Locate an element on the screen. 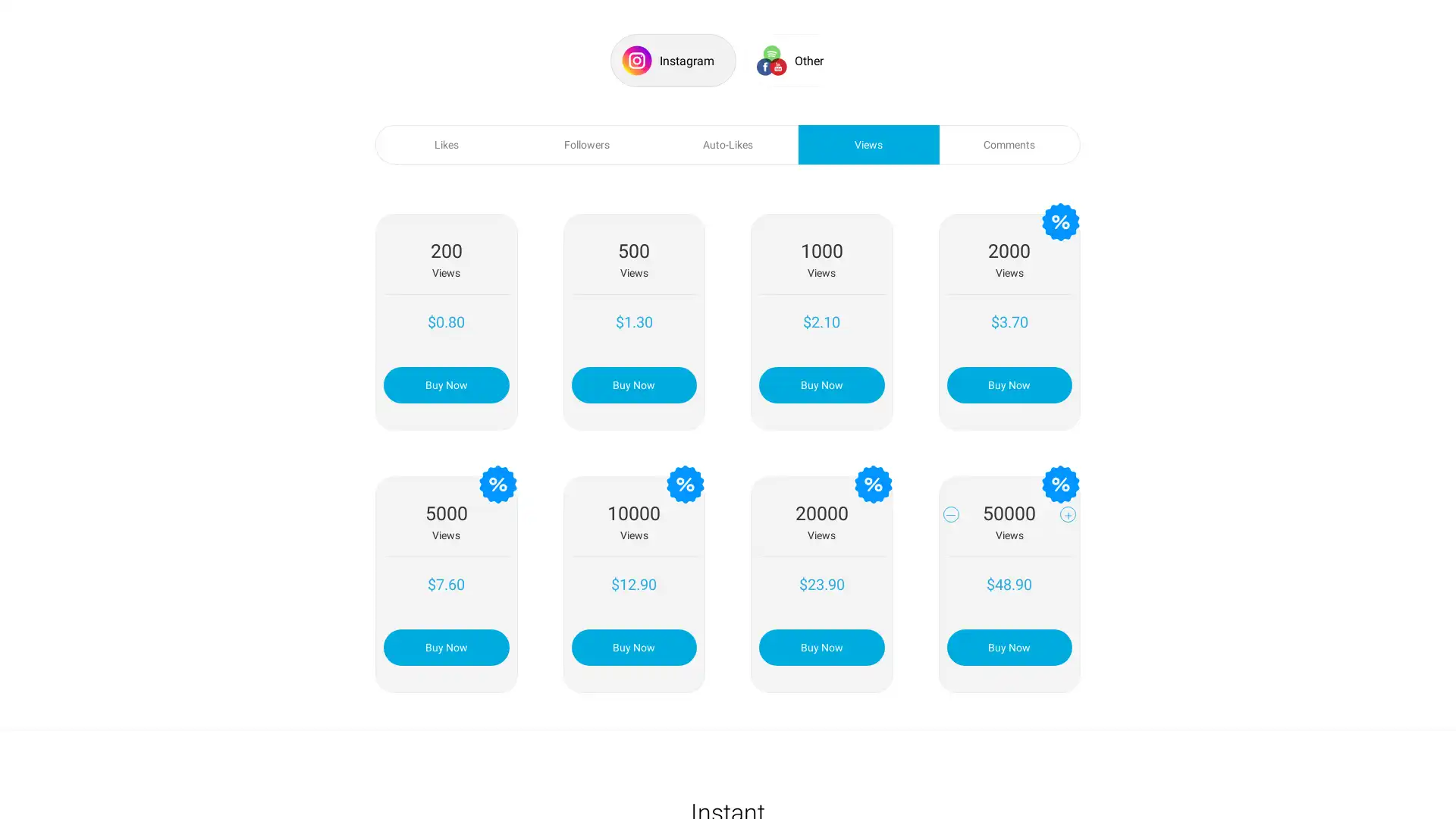 Image resolution: width=1456 pixels, height=819 pixels. Buy Now is located at coordinates (633, 646).